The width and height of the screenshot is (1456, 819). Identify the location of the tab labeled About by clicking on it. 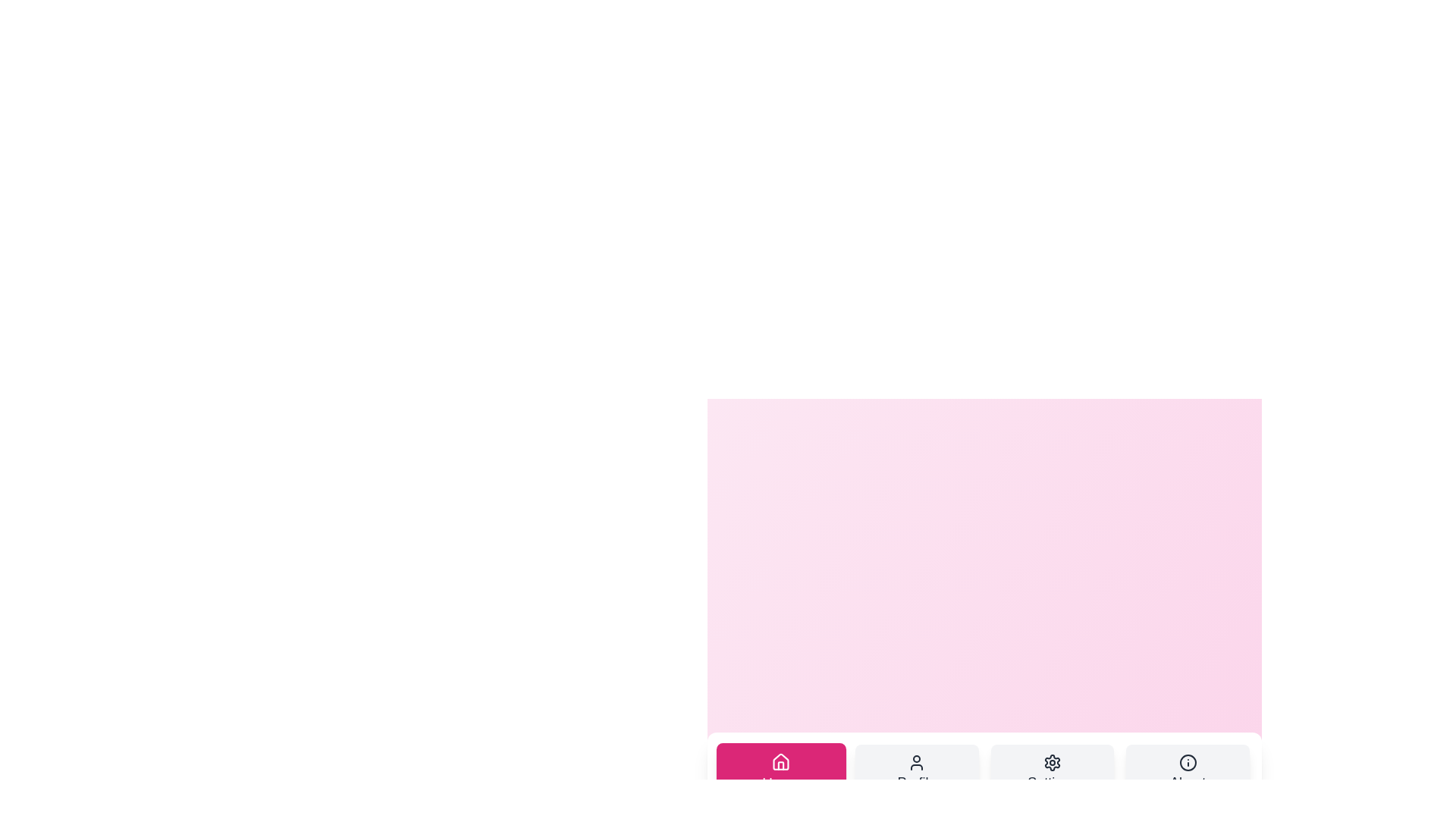
(1187, 773).